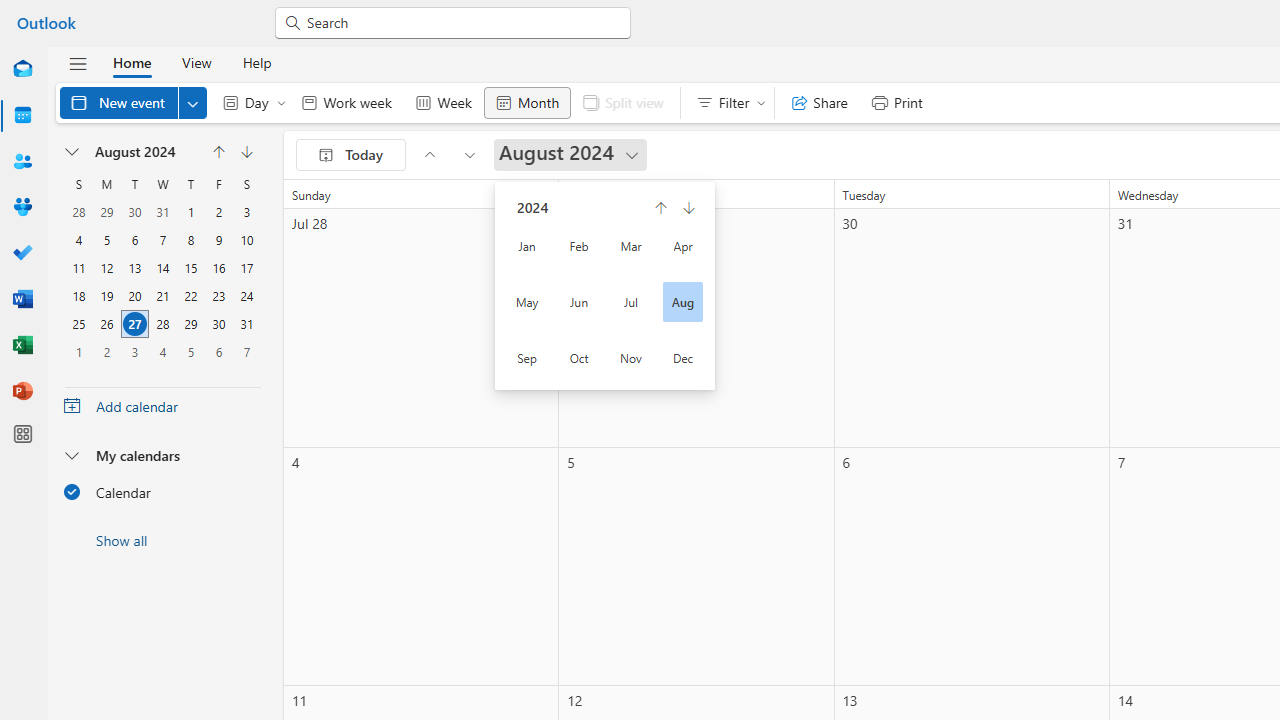 The height and width of the screenshot is (720, 1280). What do you see at coordinates (246, 323) in the screenshot?
I see `'31, August, 2024'` at bounding box center [246, 323].